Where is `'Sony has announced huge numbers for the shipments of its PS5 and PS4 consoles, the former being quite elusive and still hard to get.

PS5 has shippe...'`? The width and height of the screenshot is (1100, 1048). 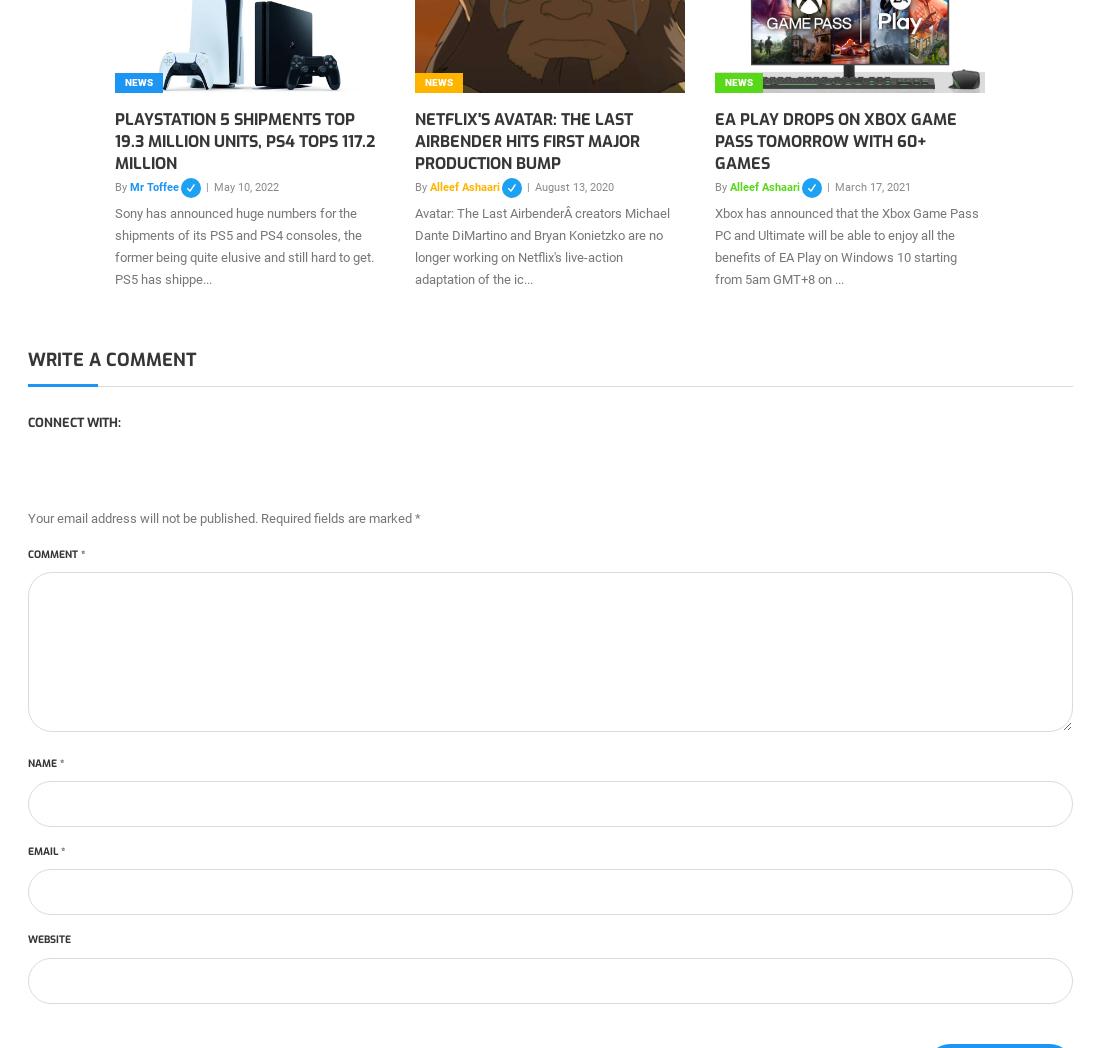 'Sony has announced huge numbers for the shipments of its PS5 and PS4 consoles, the former being quite elusive and still hard to get.

PS5 has shippe...' is located at coordinates (114, 246).